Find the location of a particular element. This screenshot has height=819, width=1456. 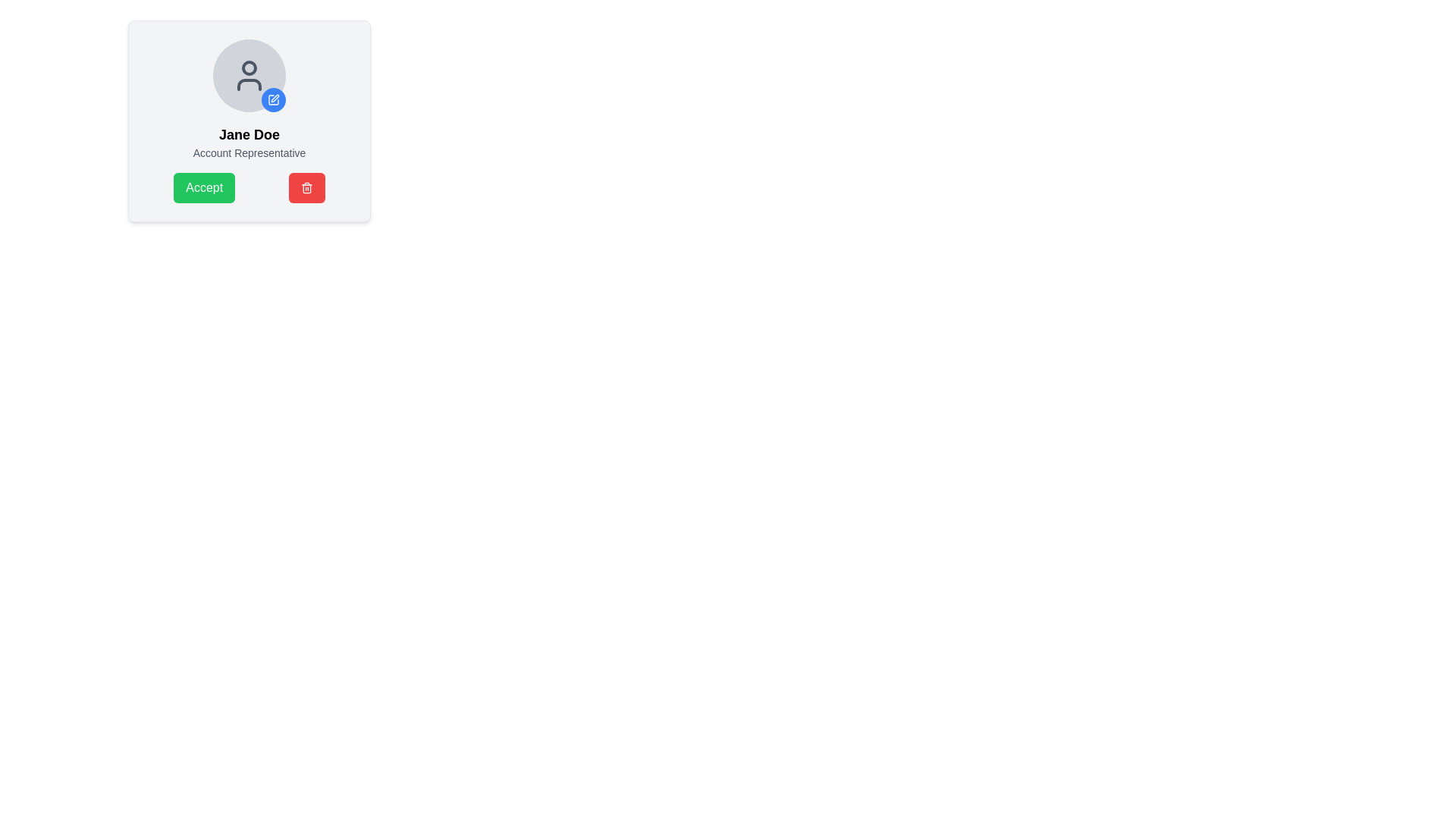

the profile picture with edit indicator, located at the top-center of the card interface is located at coordinates (249, 76).